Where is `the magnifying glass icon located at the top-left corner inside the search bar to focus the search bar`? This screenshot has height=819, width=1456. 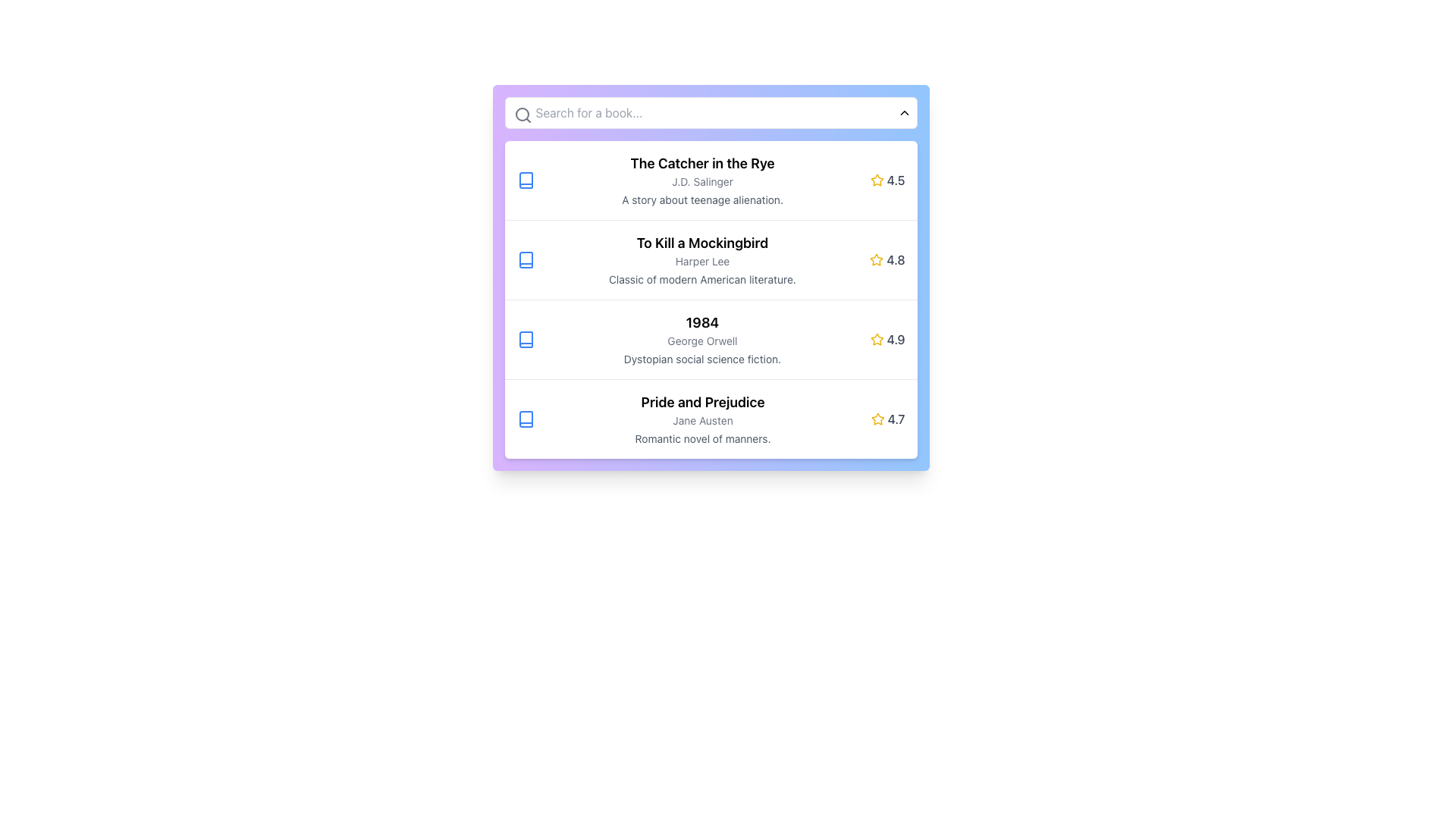
the magnifying glass icon located at the top-left corner inside the search bar to focus the search bar is located at coordinates (522, 114).